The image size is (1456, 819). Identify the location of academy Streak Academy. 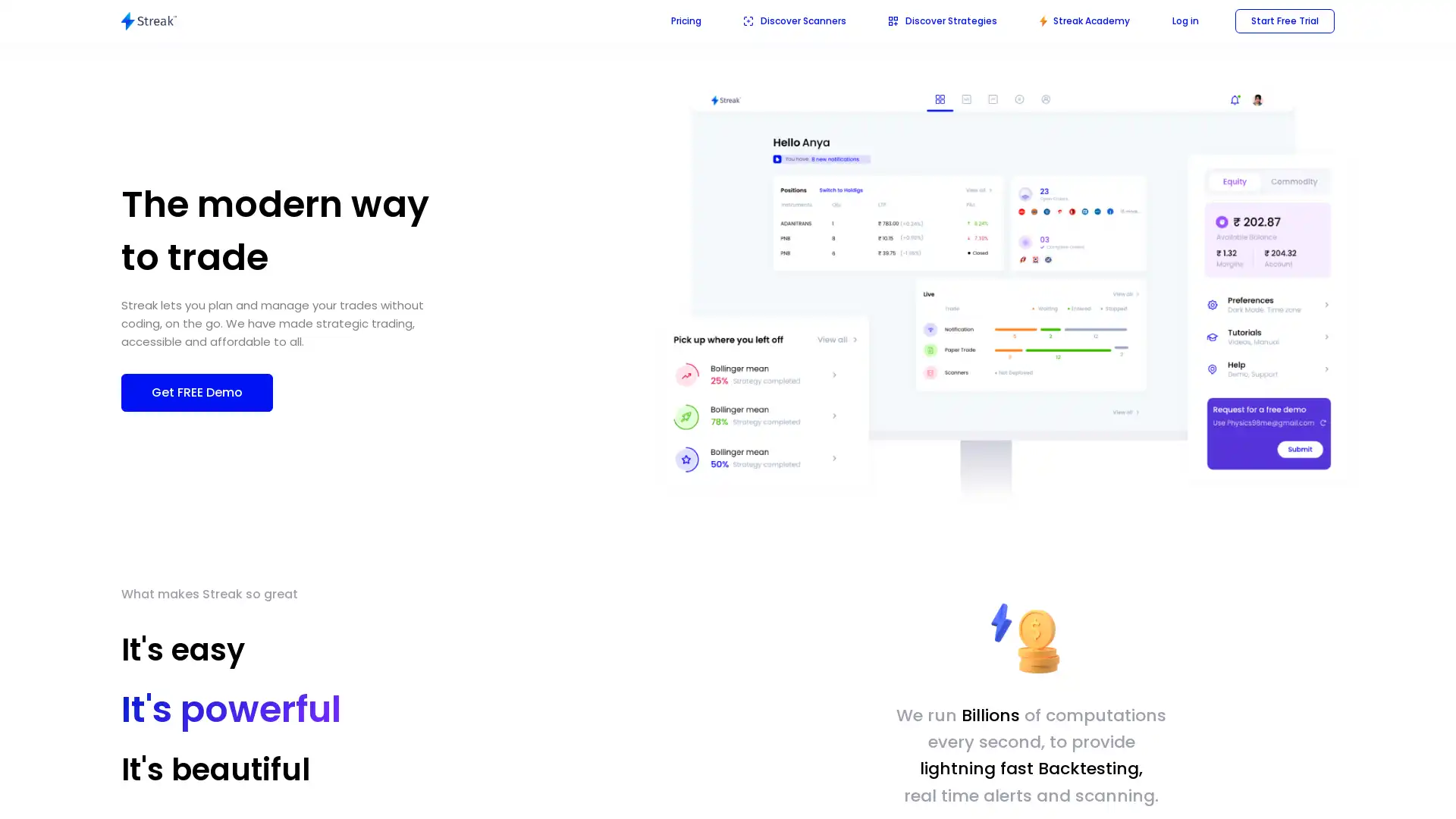
(1084, 20).